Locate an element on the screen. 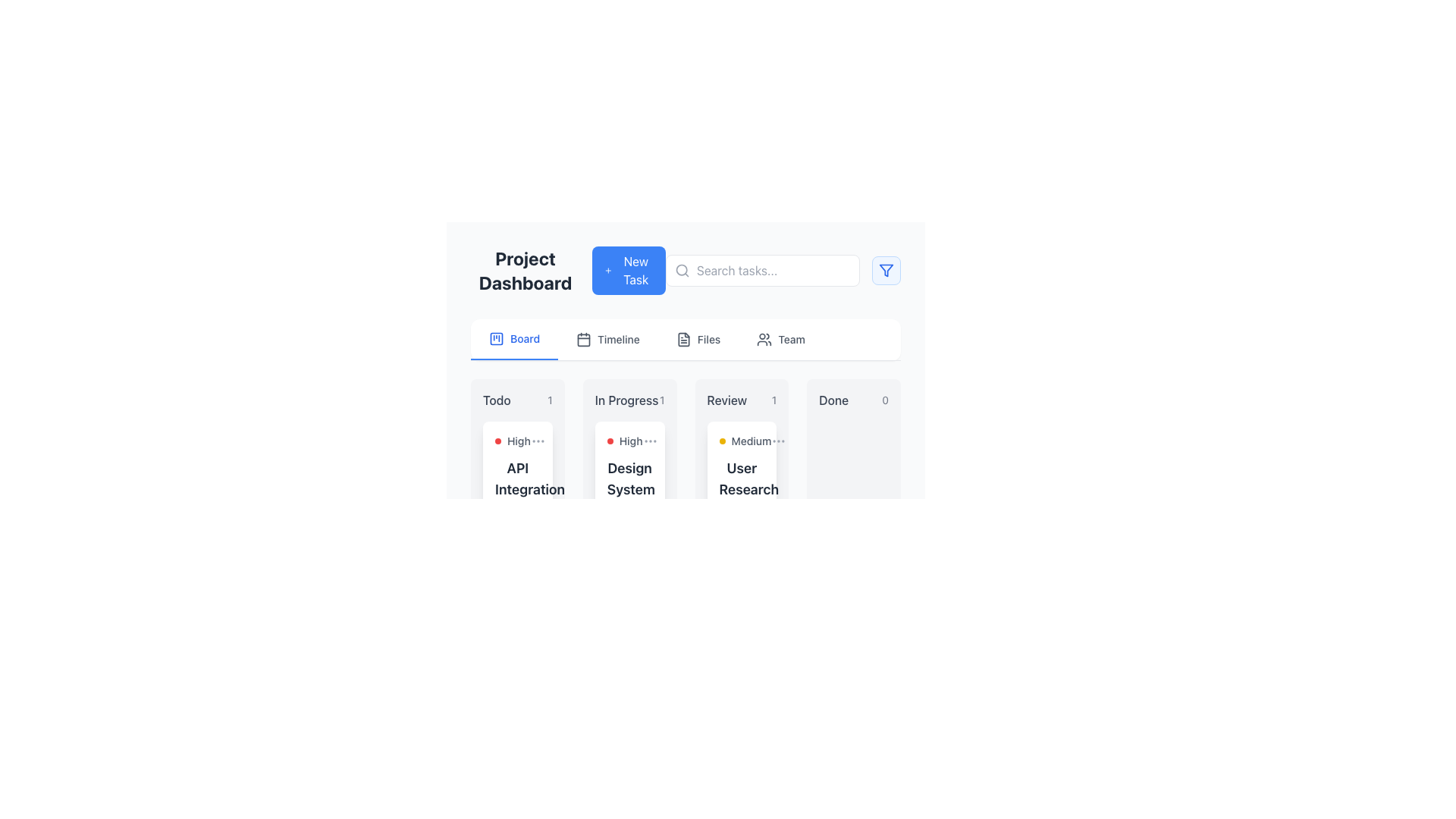 Image resolution: width=1456 pixels, height=819 pixels. the 'Review' text label, which is a medium-sized, bold, gray text with slight transparency located in the 'In Progress' section of the dashboard is located at coordinates (726, 400).